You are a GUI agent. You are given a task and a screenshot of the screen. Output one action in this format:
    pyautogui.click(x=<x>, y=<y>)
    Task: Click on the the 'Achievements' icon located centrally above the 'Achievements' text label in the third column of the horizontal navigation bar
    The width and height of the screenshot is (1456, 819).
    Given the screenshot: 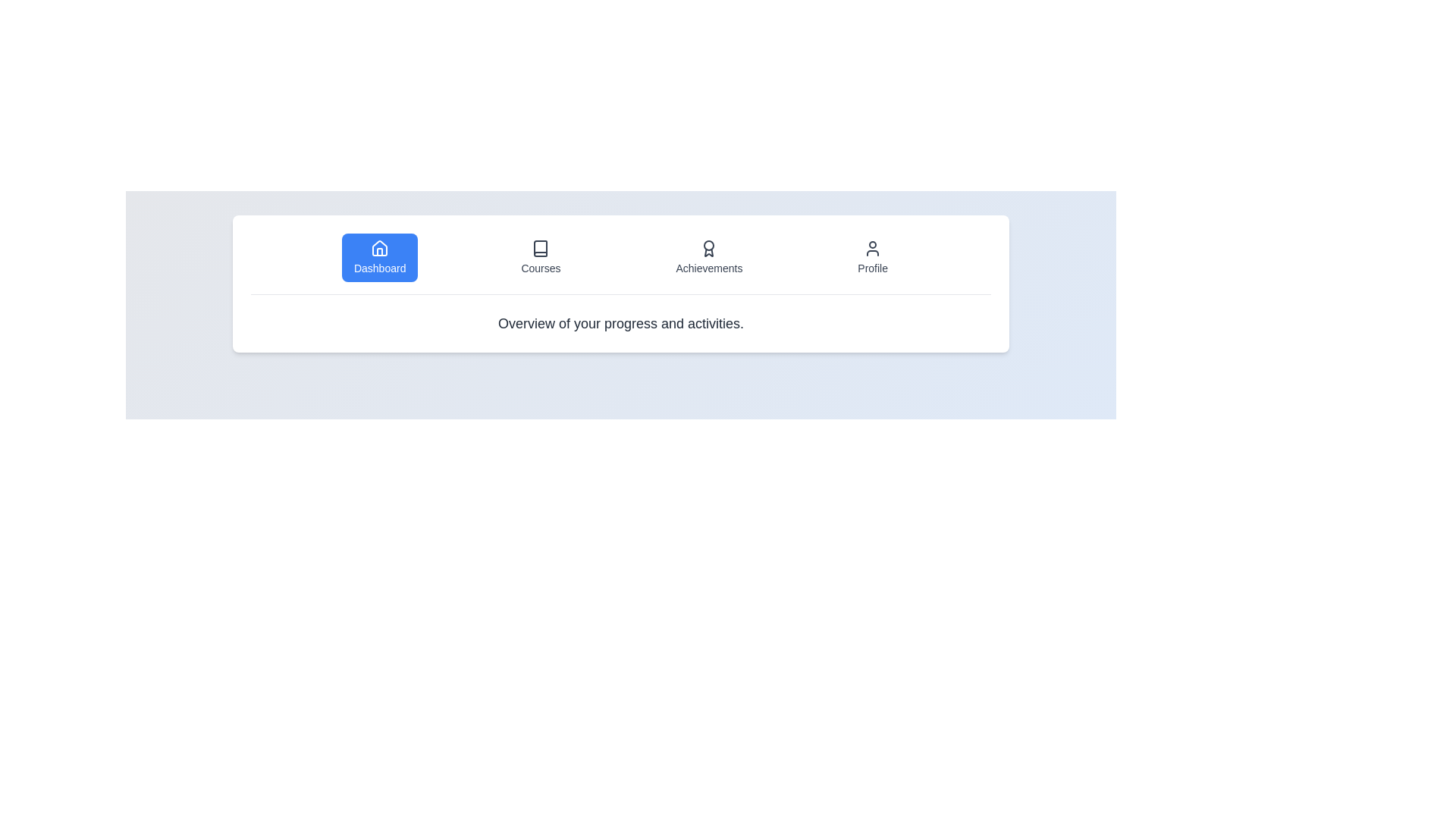 What is the action you would take?
    pyautogui.click(x=708, y=247)
    